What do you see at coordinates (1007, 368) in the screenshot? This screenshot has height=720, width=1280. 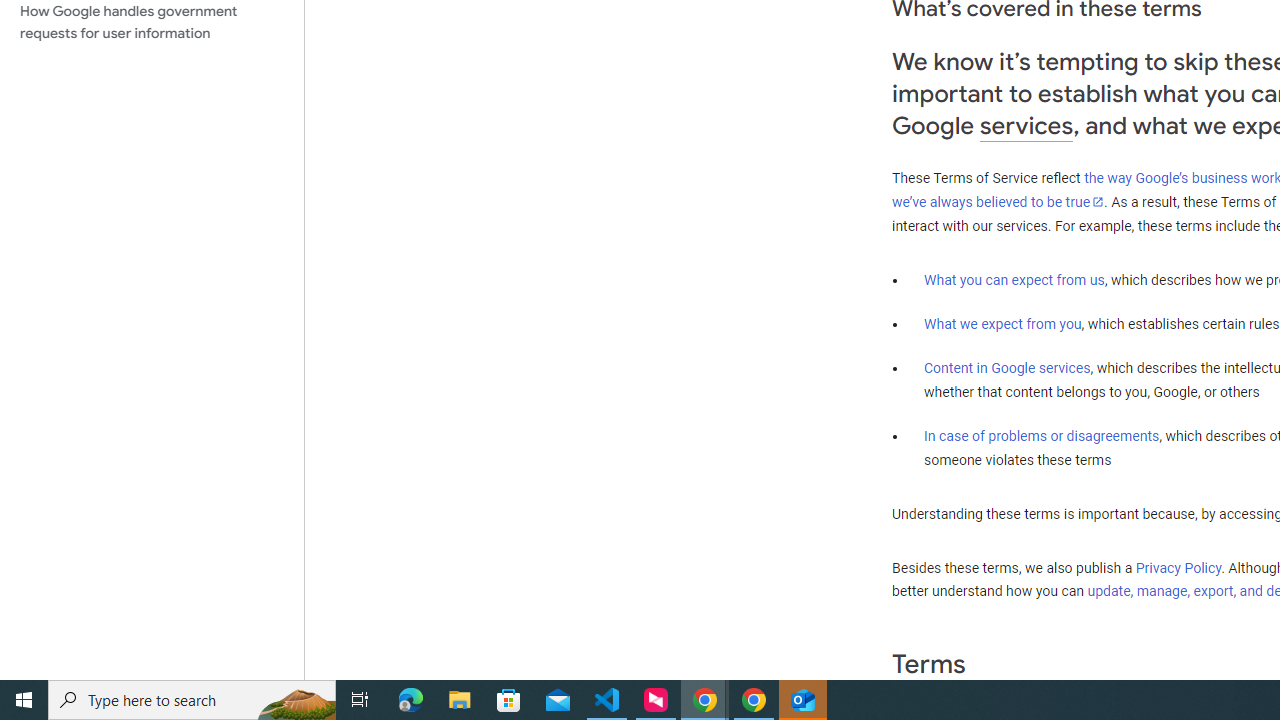 I see `'Content in Google services'` at bounding box center [1007, 368].